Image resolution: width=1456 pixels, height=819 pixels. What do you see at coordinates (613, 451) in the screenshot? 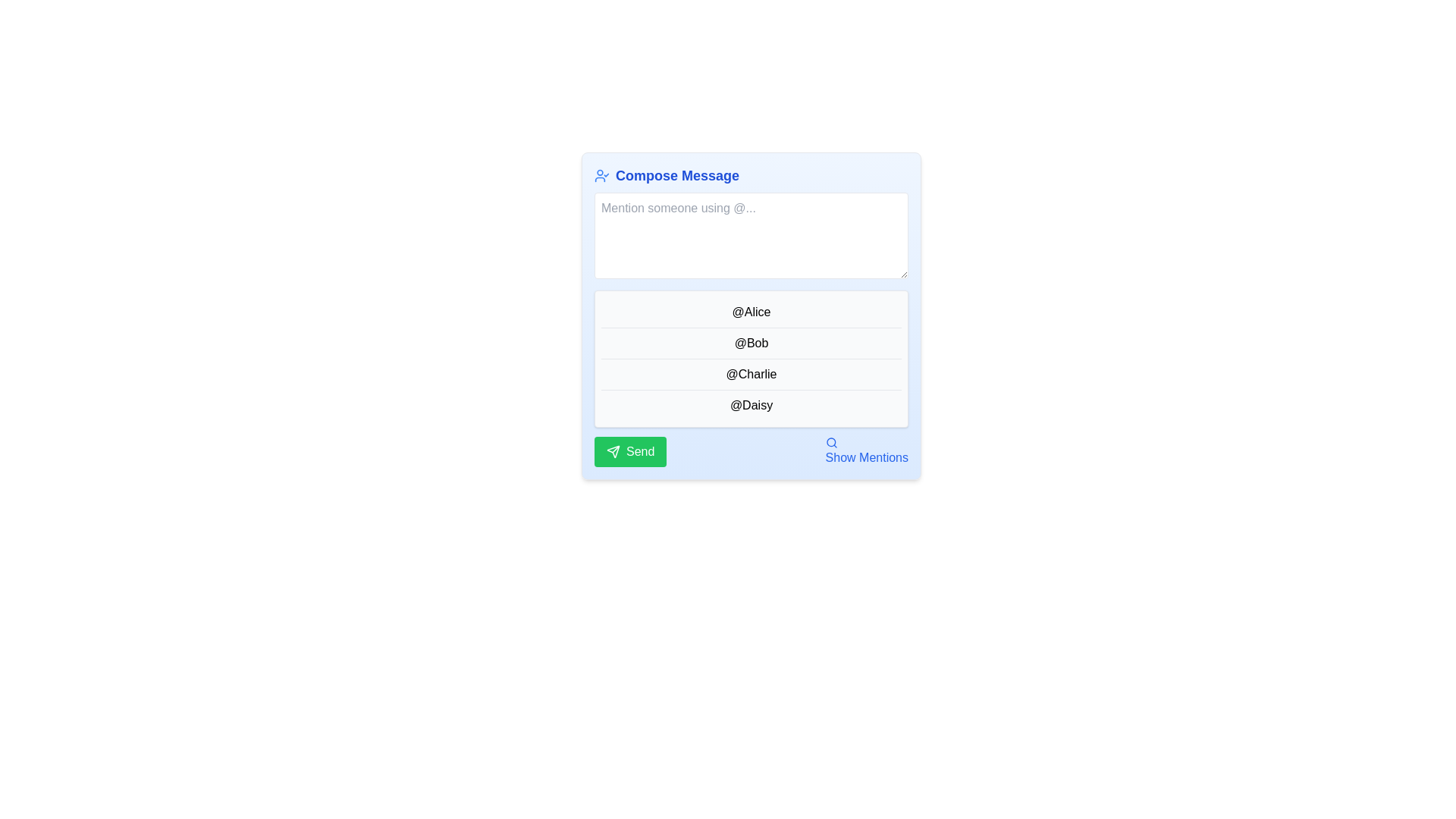
I see `the green 'Send' button which contains the decorative icon symbolizing the sending functionality, located at the bottom-left of the UI` at bounding box center [613, 451].